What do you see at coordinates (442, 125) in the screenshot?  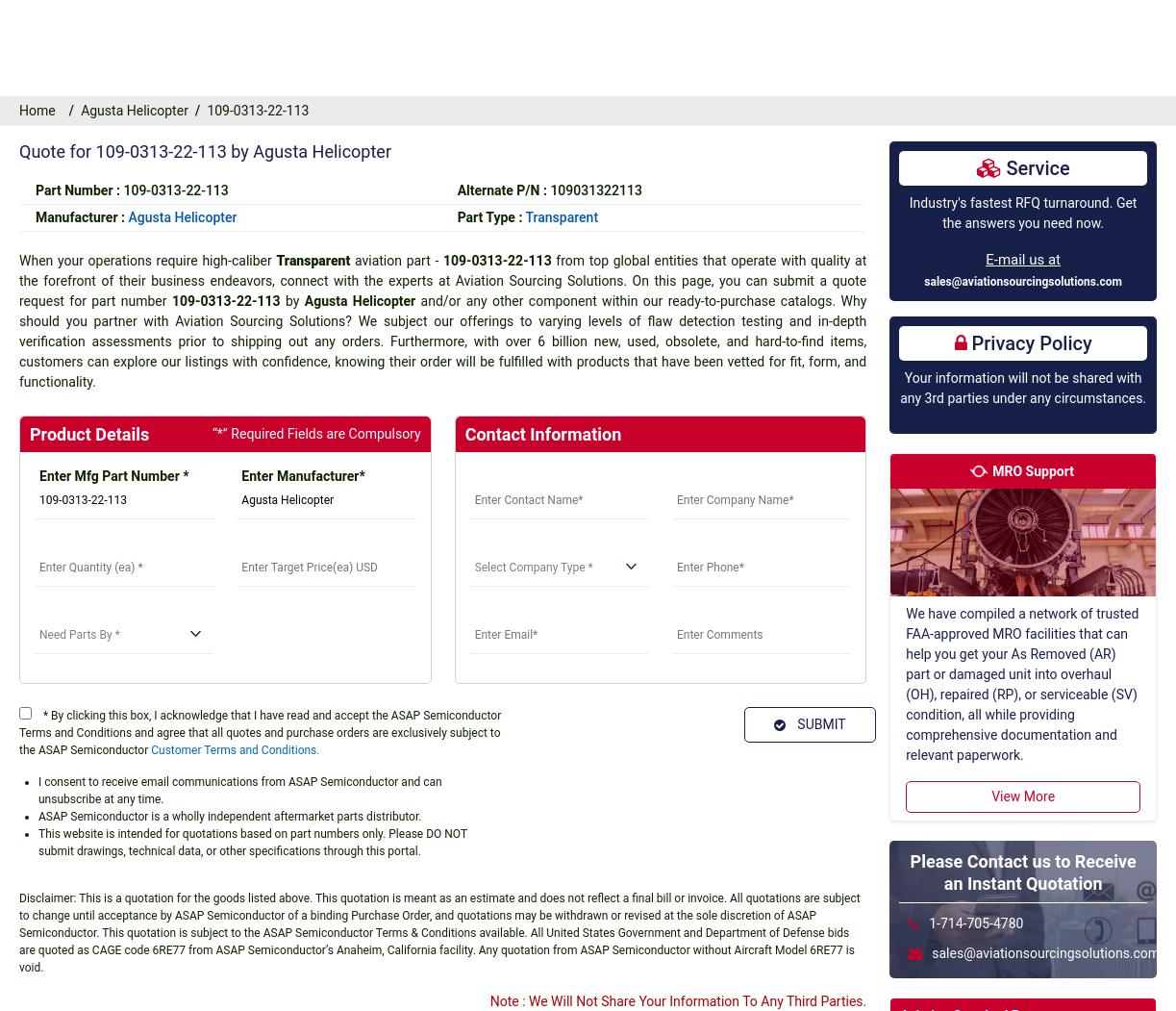 I see `'with time and cost savings. If you prefer one-on-one assistance from one of our representatives, contact us via phone or email at any time; we are available around the clock!'` at bounding box center [442, 125].